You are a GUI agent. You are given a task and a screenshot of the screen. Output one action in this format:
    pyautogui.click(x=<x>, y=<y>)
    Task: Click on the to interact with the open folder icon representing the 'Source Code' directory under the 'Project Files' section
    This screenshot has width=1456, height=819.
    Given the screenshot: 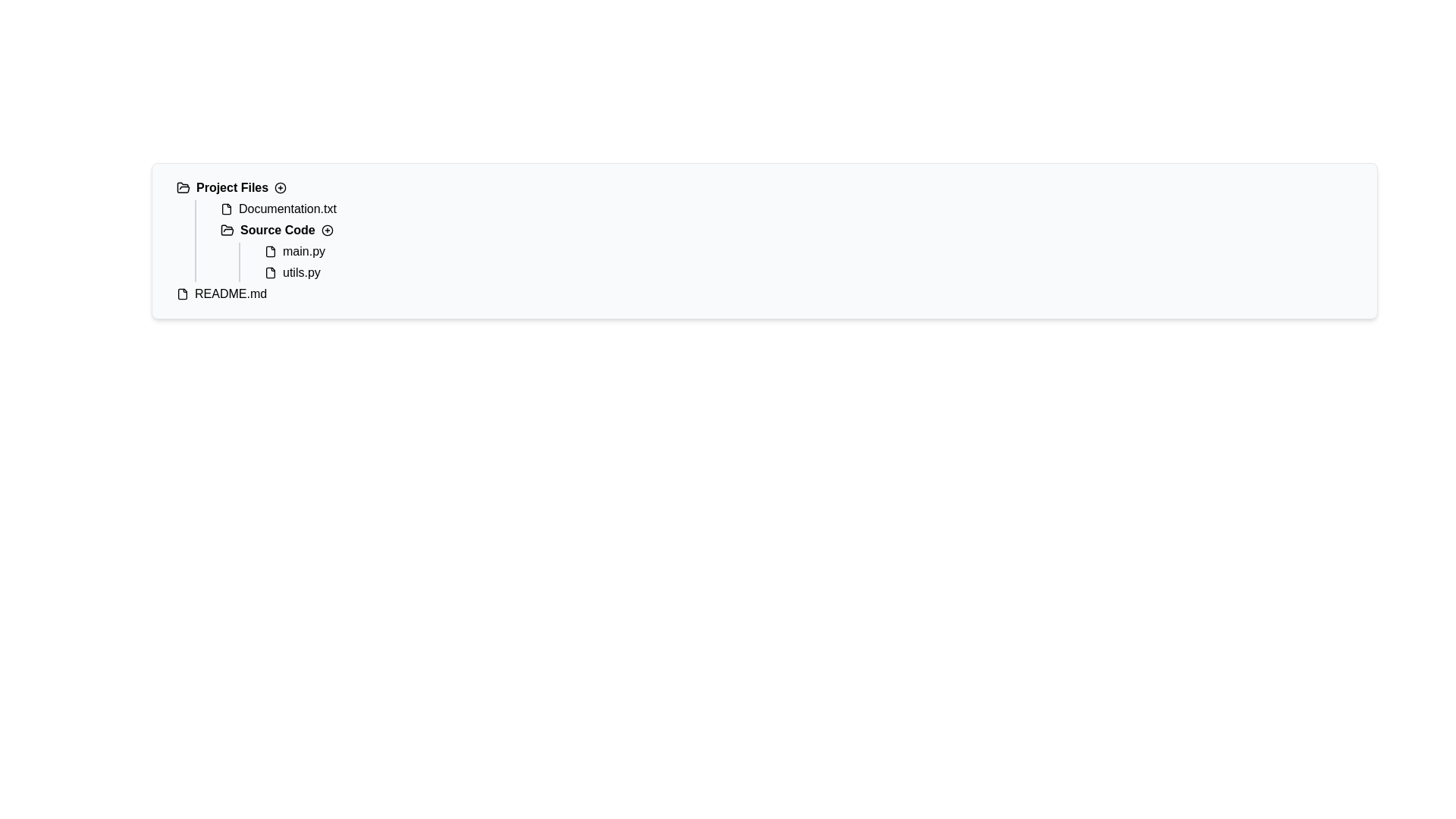 What is the action you would take?
    pyautogui.click(x=226, y=230)
    